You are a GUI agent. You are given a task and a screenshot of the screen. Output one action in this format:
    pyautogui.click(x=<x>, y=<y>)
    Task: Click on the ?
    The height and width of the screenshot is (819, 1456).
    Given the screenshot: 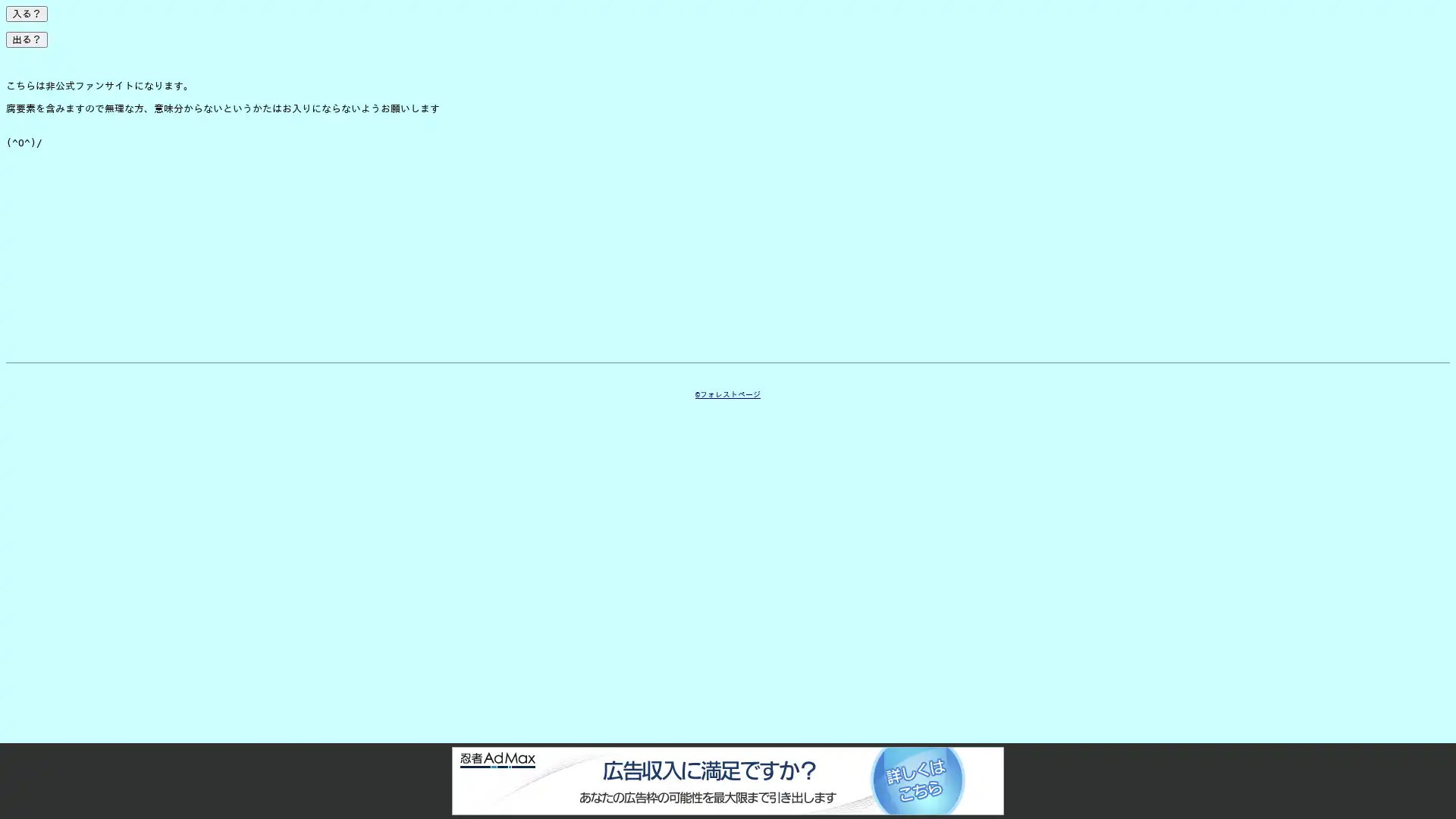 What is the action you would take?
    pyautogui.click(x=27, y=14)
    